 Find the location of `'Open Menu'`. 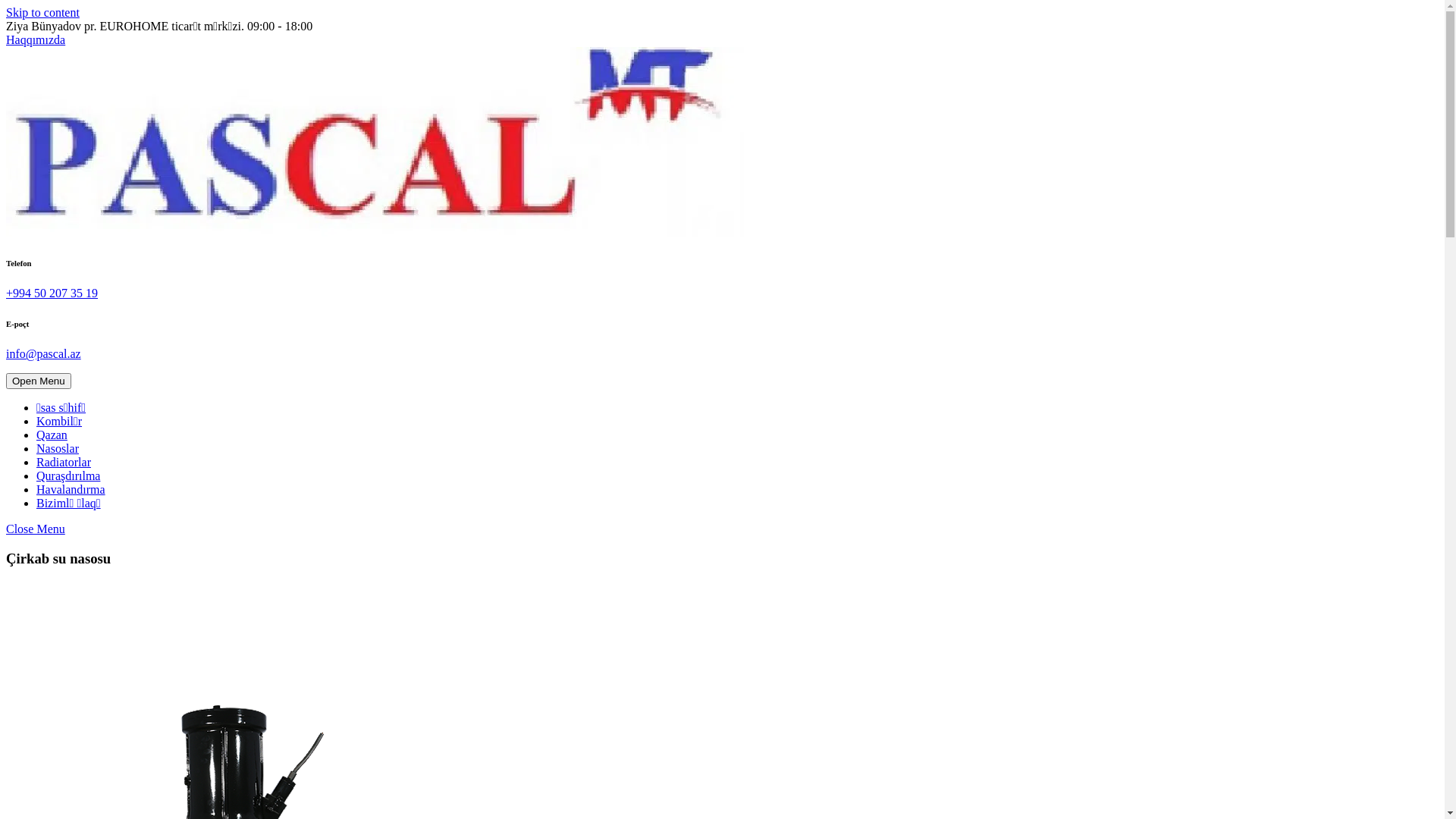

'Open Menu' is located at coordinates (39, 380).